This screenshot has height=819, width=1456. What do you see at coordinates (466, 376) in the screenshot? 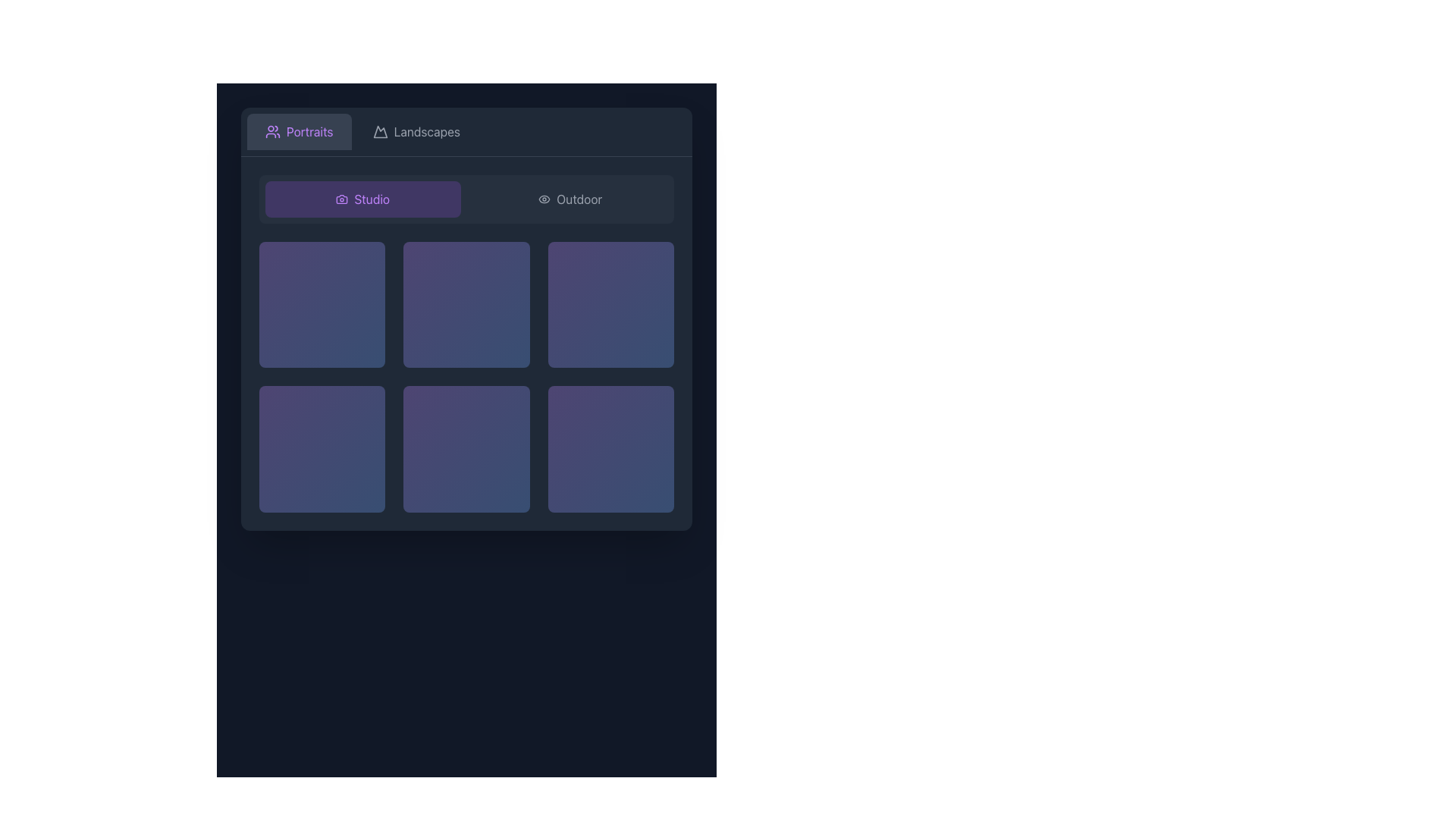
I see `the middle element of the second row in a 3x2 grid layout, which is a Grid Cell intended for displaying additional information or images` at bounding box center [466, 376].